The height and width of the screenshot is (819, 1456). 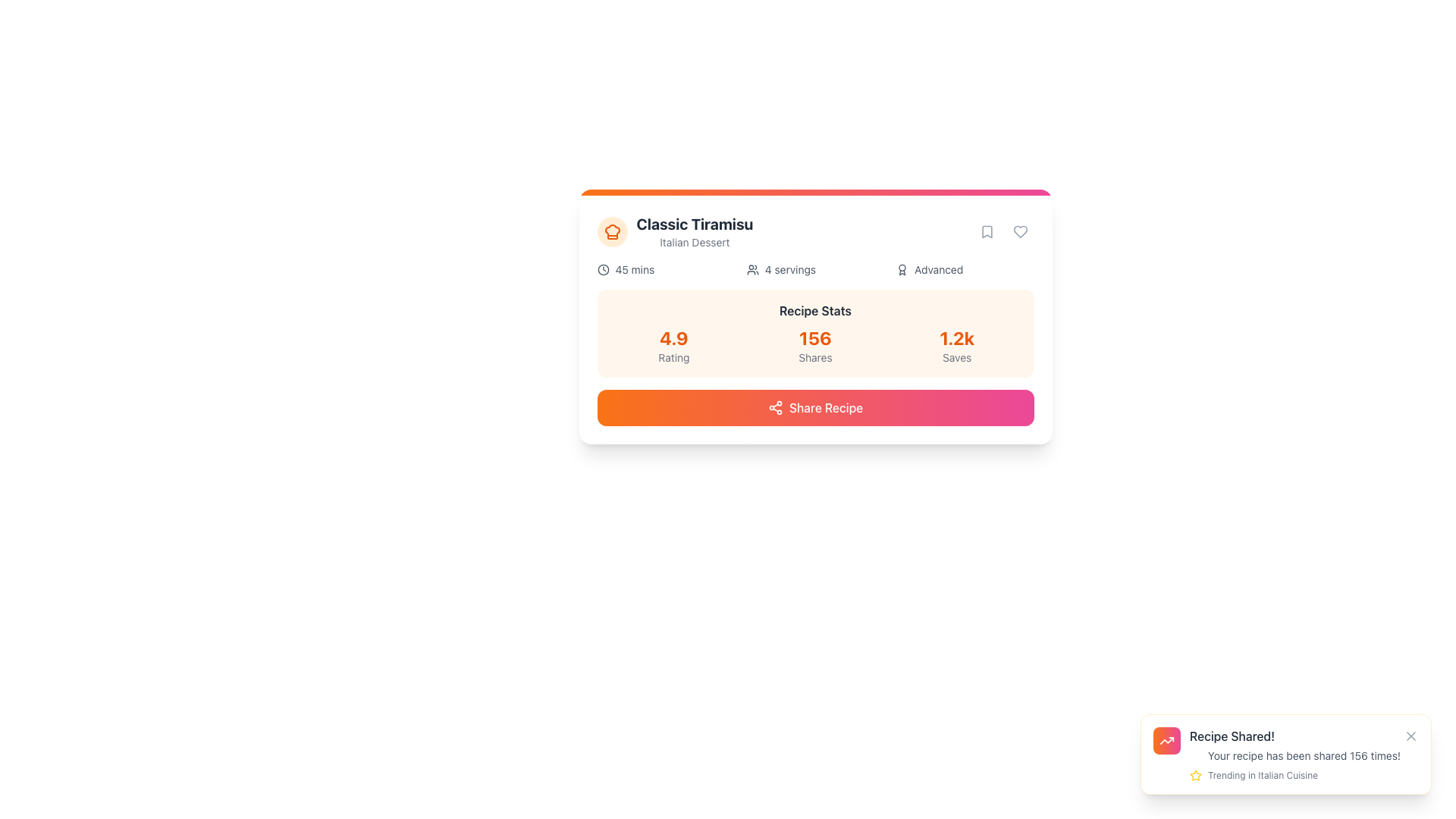 What do you see at coordinates (814, 268) in the screenshot?
I see `information provided by the labeled informational display component indicating the serving size of the recipe, which is suitable for four servings. This component is positioned between '45 mins' and 'Advanced' in the UI layout` at bounding box center [814, 268].